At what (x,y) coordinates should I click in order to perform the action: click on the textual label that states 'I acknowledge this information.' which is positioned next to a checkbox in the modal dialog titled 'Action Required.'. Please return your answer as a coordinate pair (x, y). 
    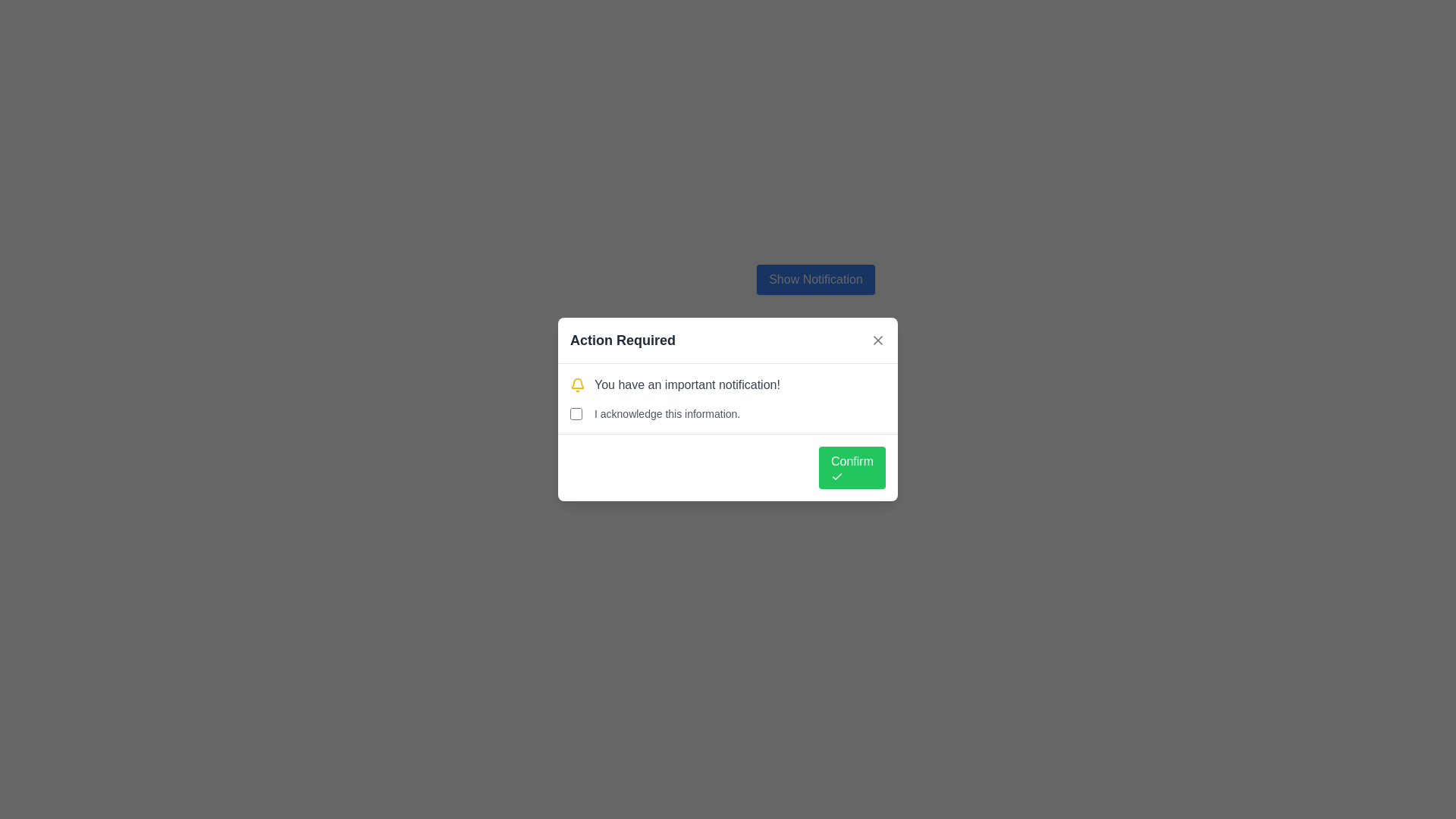
    Looking at the image, I should click on (667, 414).